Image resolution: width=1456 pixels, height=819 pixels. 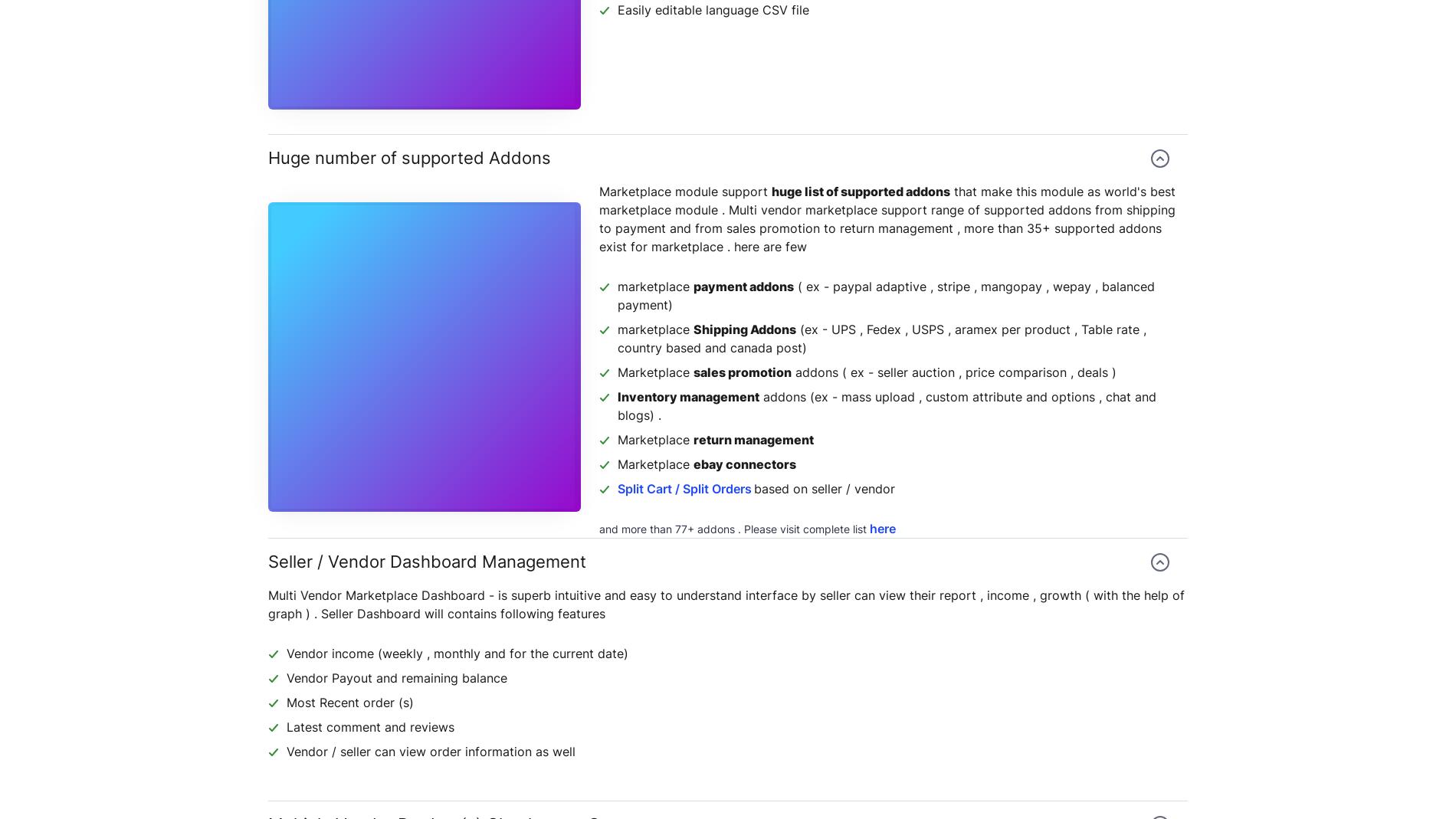 I want to click on 'Most Recent order (s)', so click(x=349, y=701).